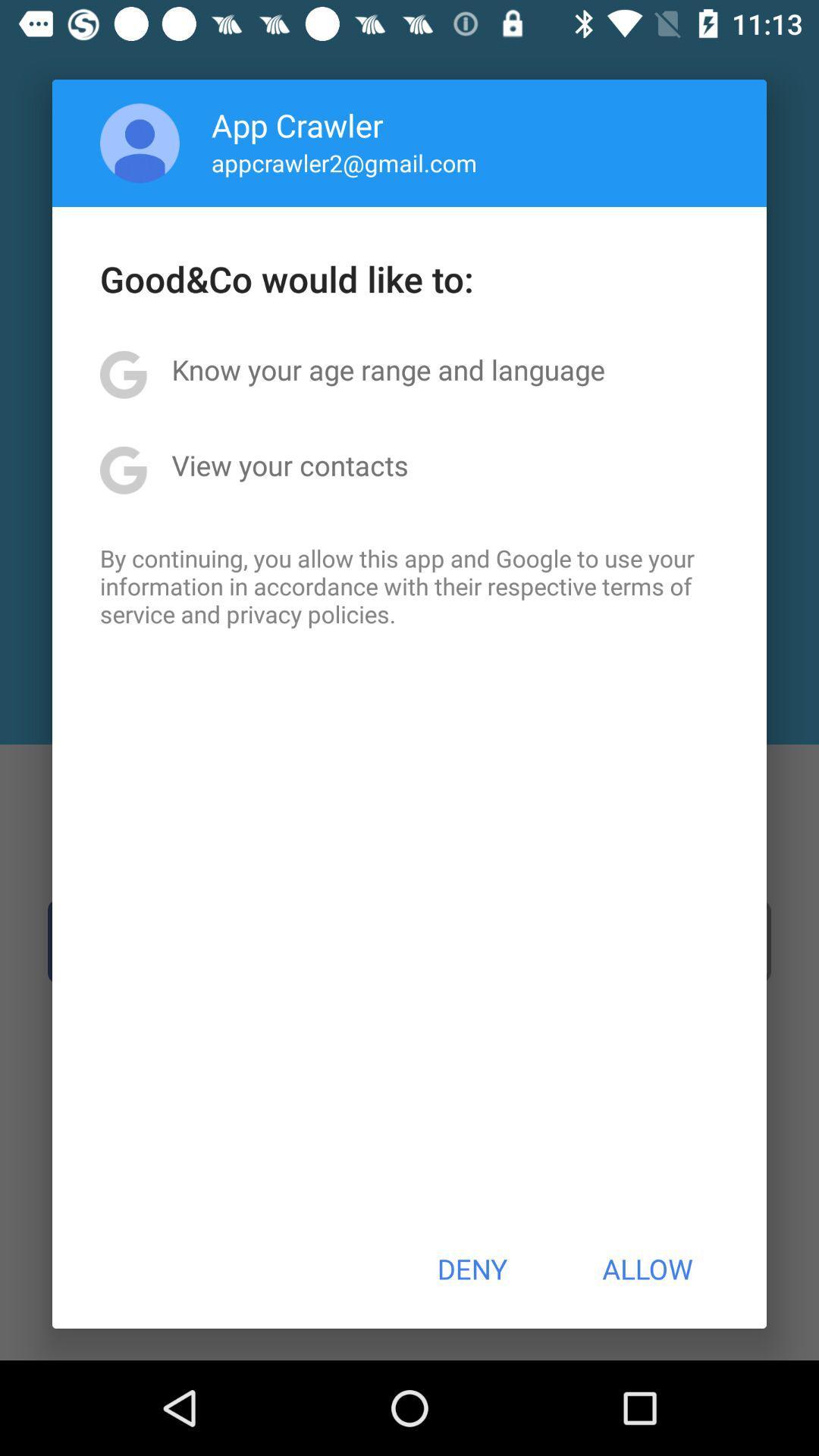 Image resolution: width=819 pixels, height=1456 pixels. Describe the element at coordinates (297, 124) in the screenshot. I see `app crawler icon` at that location.